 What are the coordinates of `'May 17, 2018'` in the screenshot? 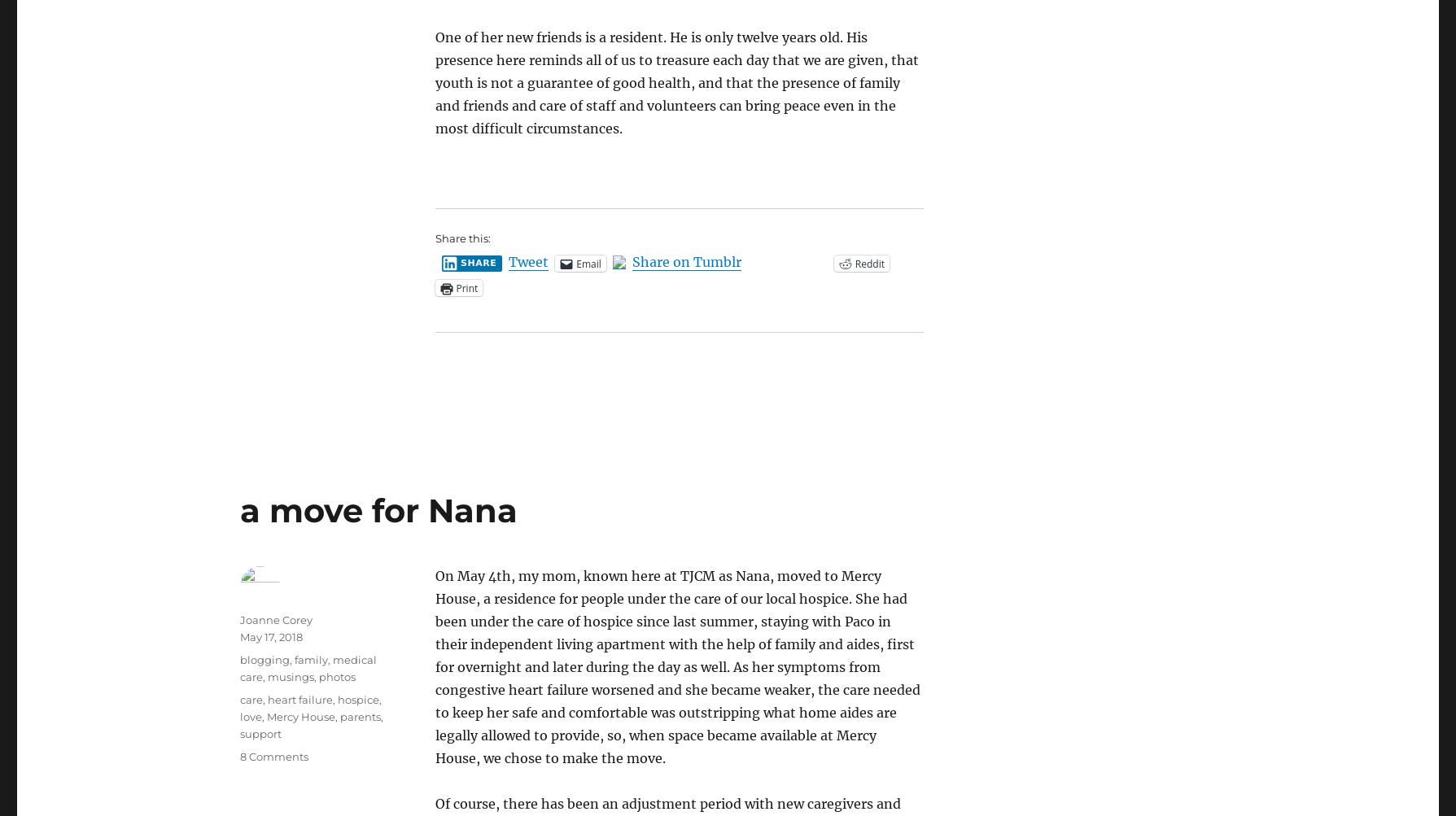 It's located at (269, 636).